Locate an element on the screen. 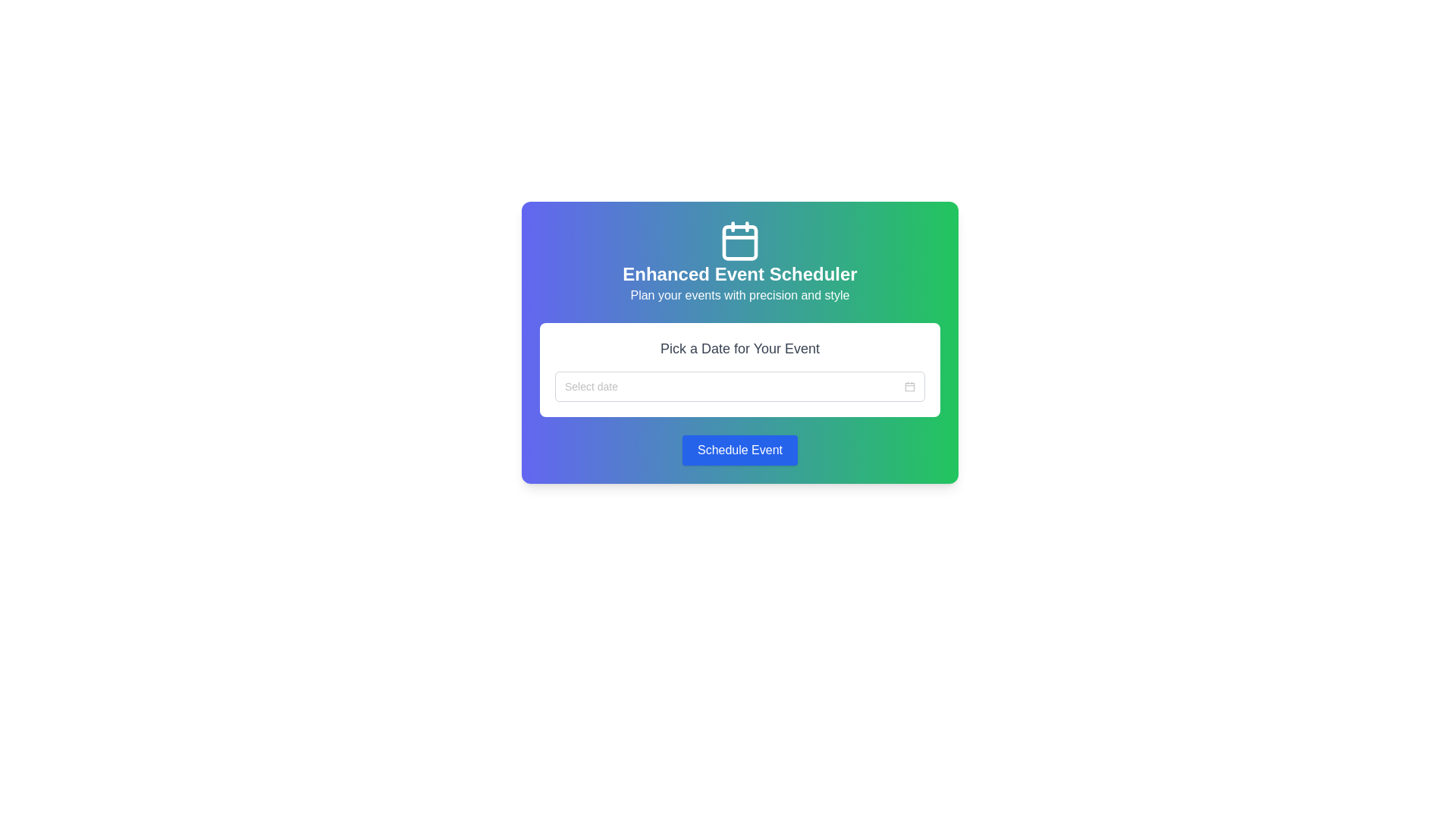  the input field of the Interactive date picker component labeled 'Select date' to focus on it is located at coordinates (739, 370).